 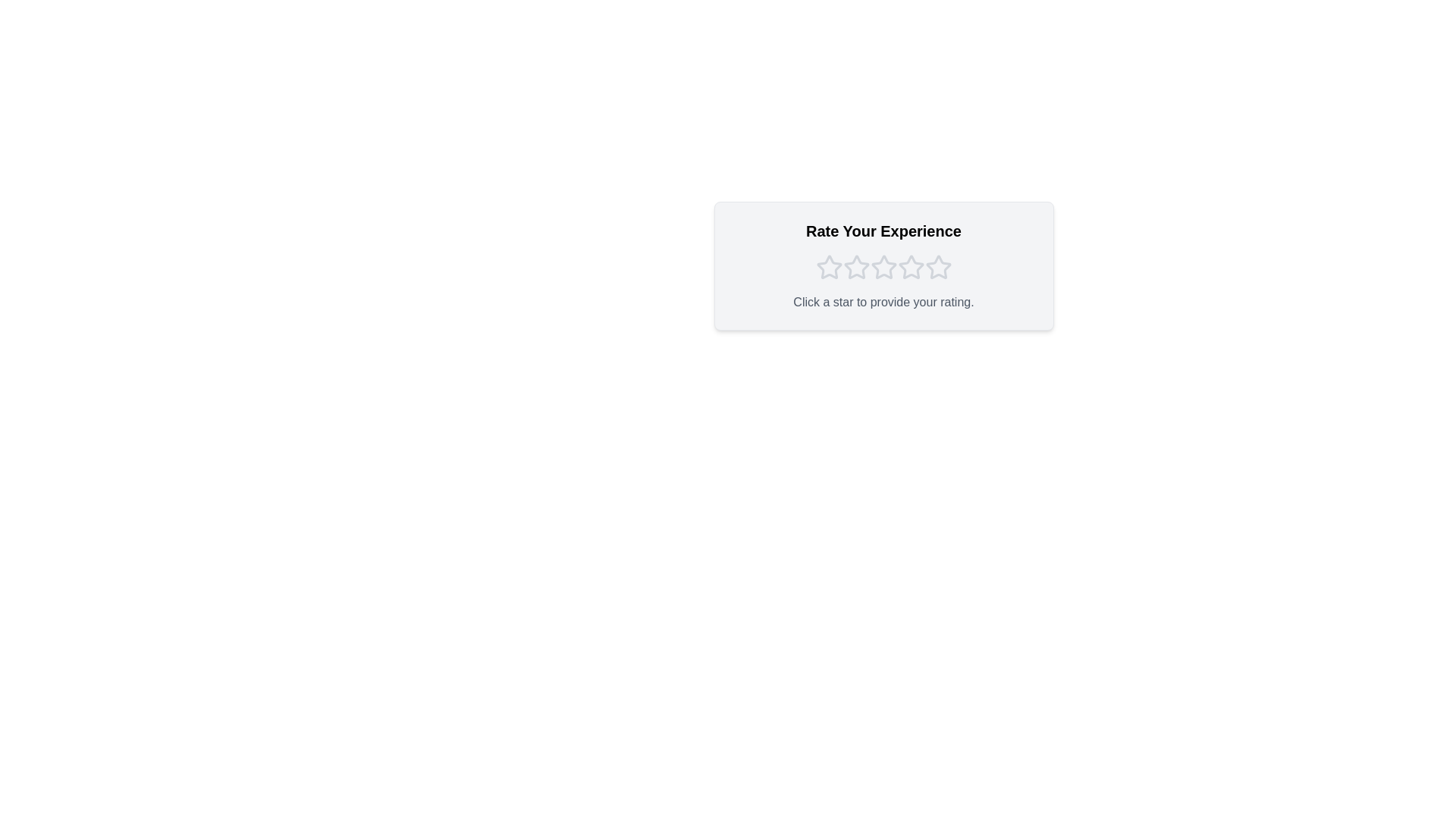 I want to click on the star corresponding to the rating 2 to set the rating, so click(x=856, y=267).